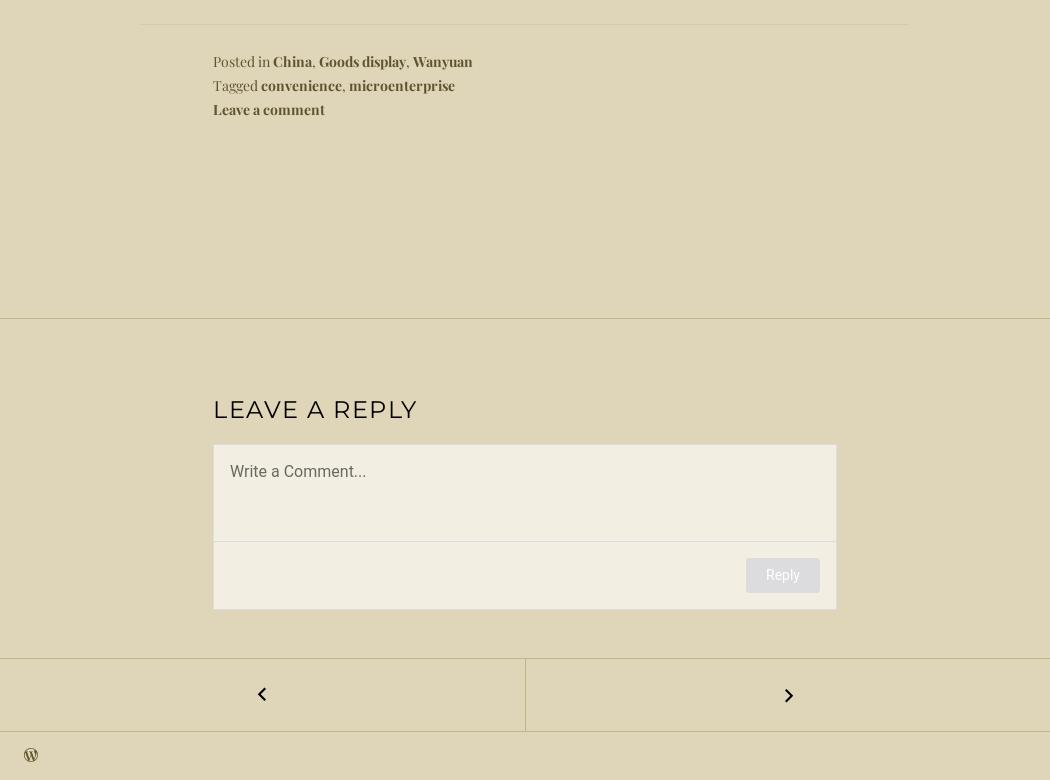 The height and width of the screenshot is (780, 1050). I want to click on 'Reply', so click(782, 574).